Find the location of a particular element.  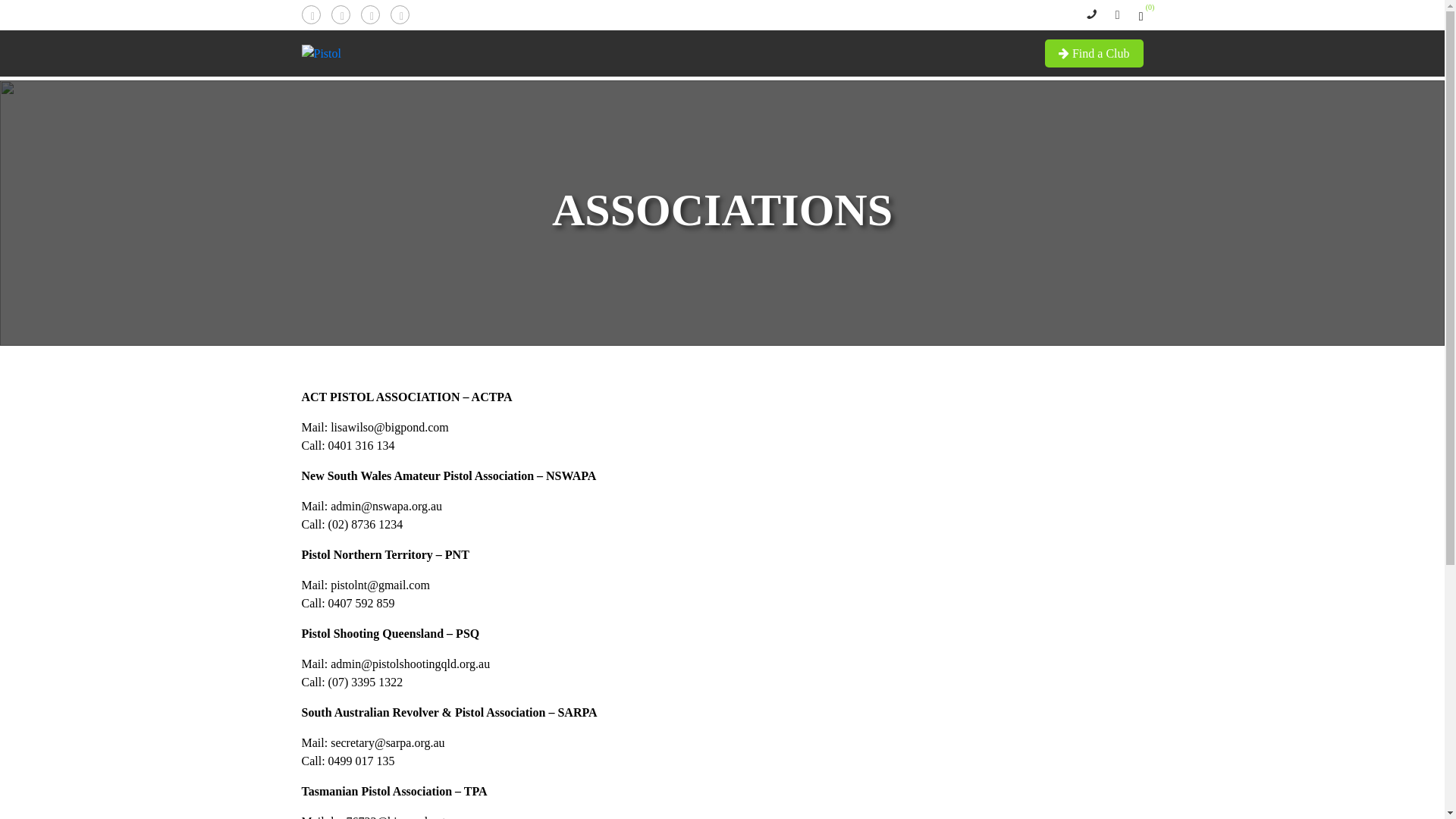

'instagram' is located at coordinates (370, 14).